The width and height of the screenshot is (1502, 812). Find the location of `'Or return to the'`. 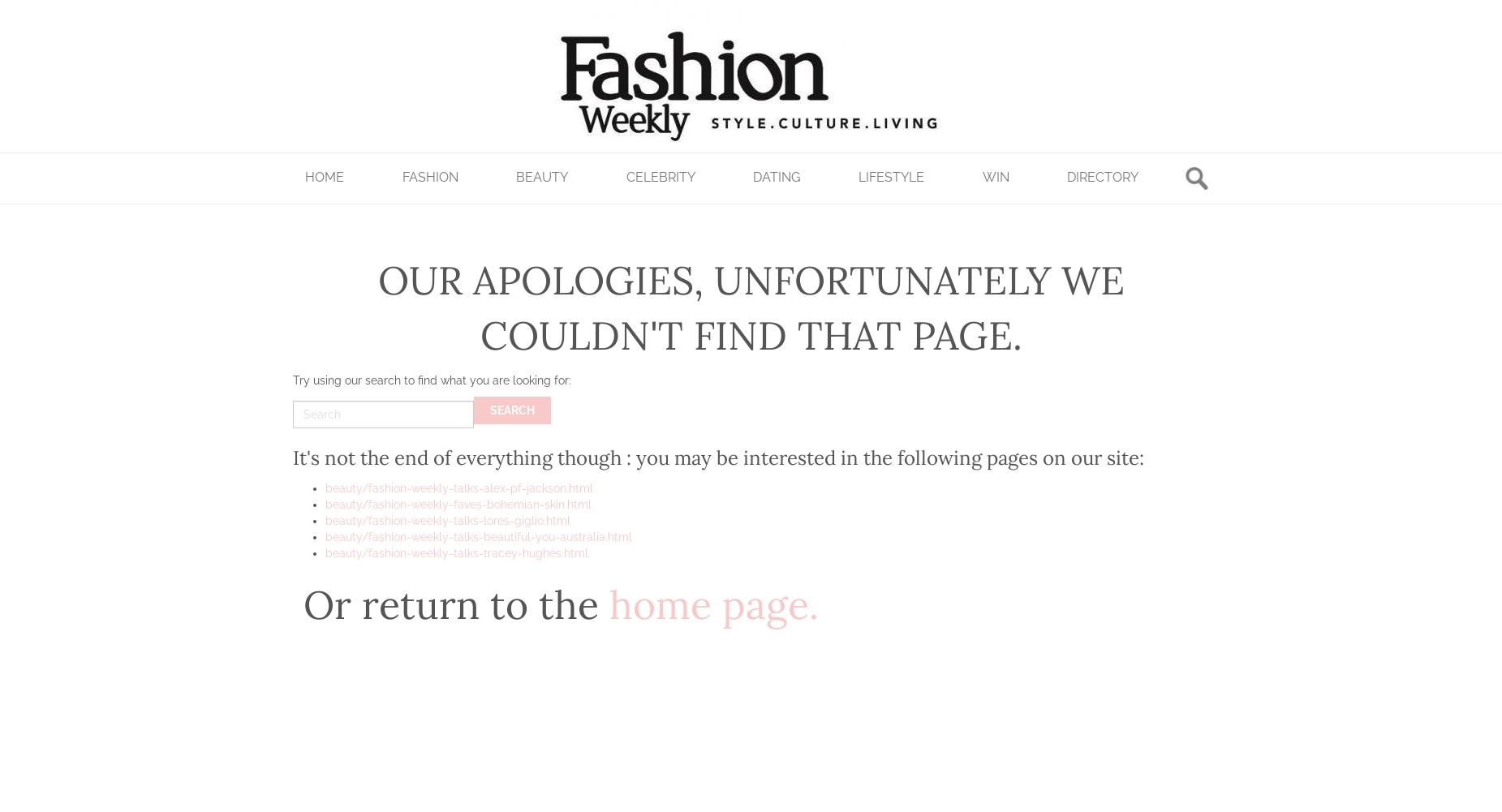

'Or return to the' is located at coordinates (450, 604).